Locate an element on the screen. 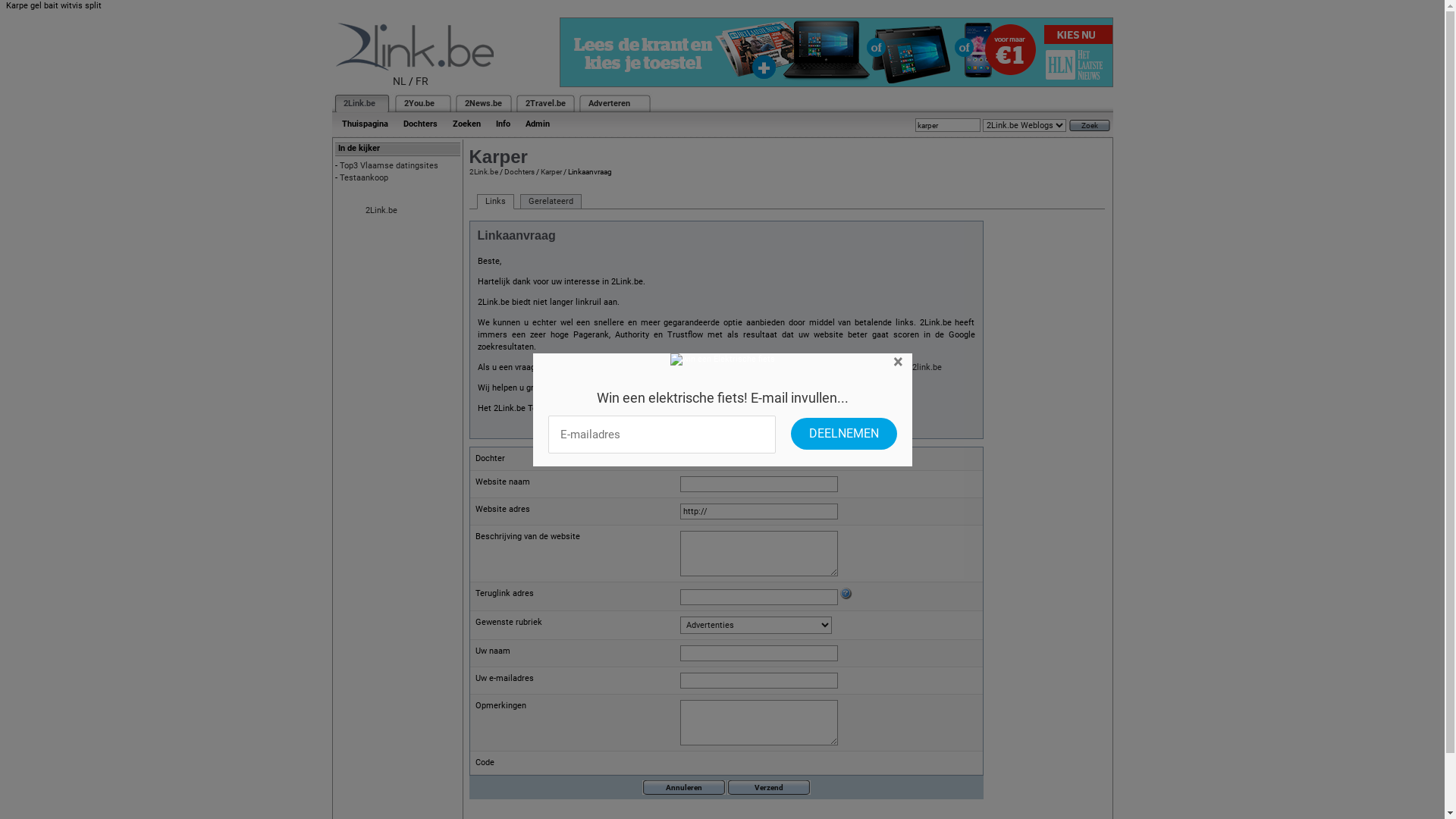 Image resolution: width=1456 pixels, height=819 pixels. 'Adverteren' is located at coordinates (609, 102).